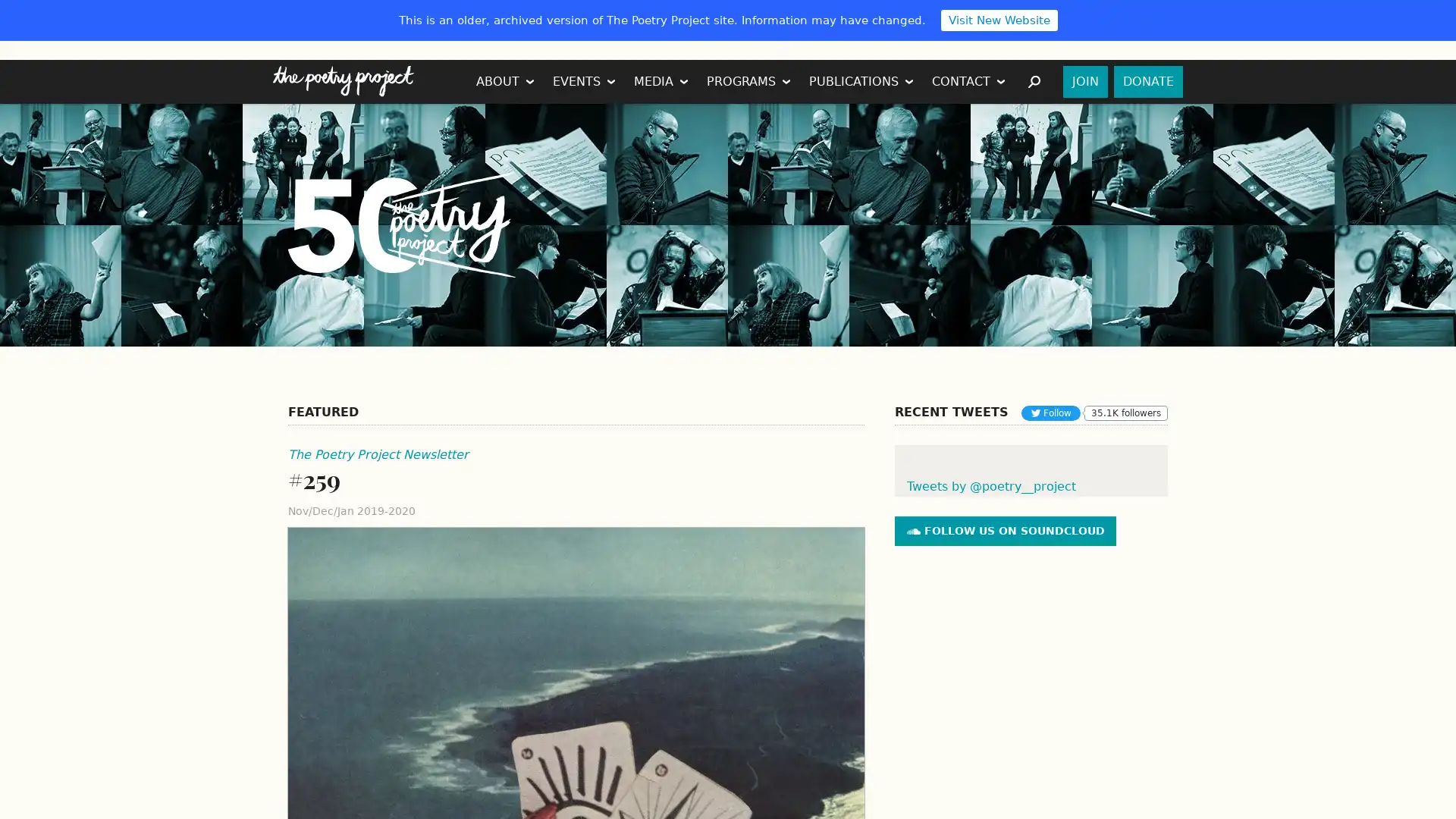 The image size is (1456, 819). What do you see at coordinates (1035, 81) in the screenshot?
I see `SEARCH` at bounding box center [1035, 81].